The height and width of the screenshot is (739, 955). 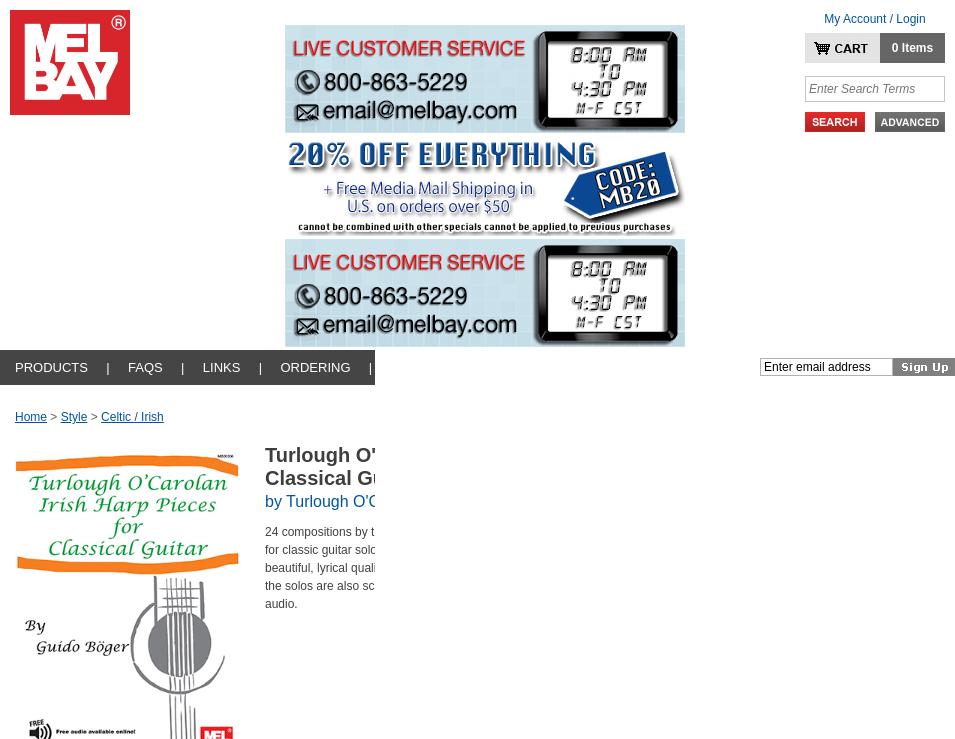 I want to click on 'My Account / Login', so click(x=874, y=17).